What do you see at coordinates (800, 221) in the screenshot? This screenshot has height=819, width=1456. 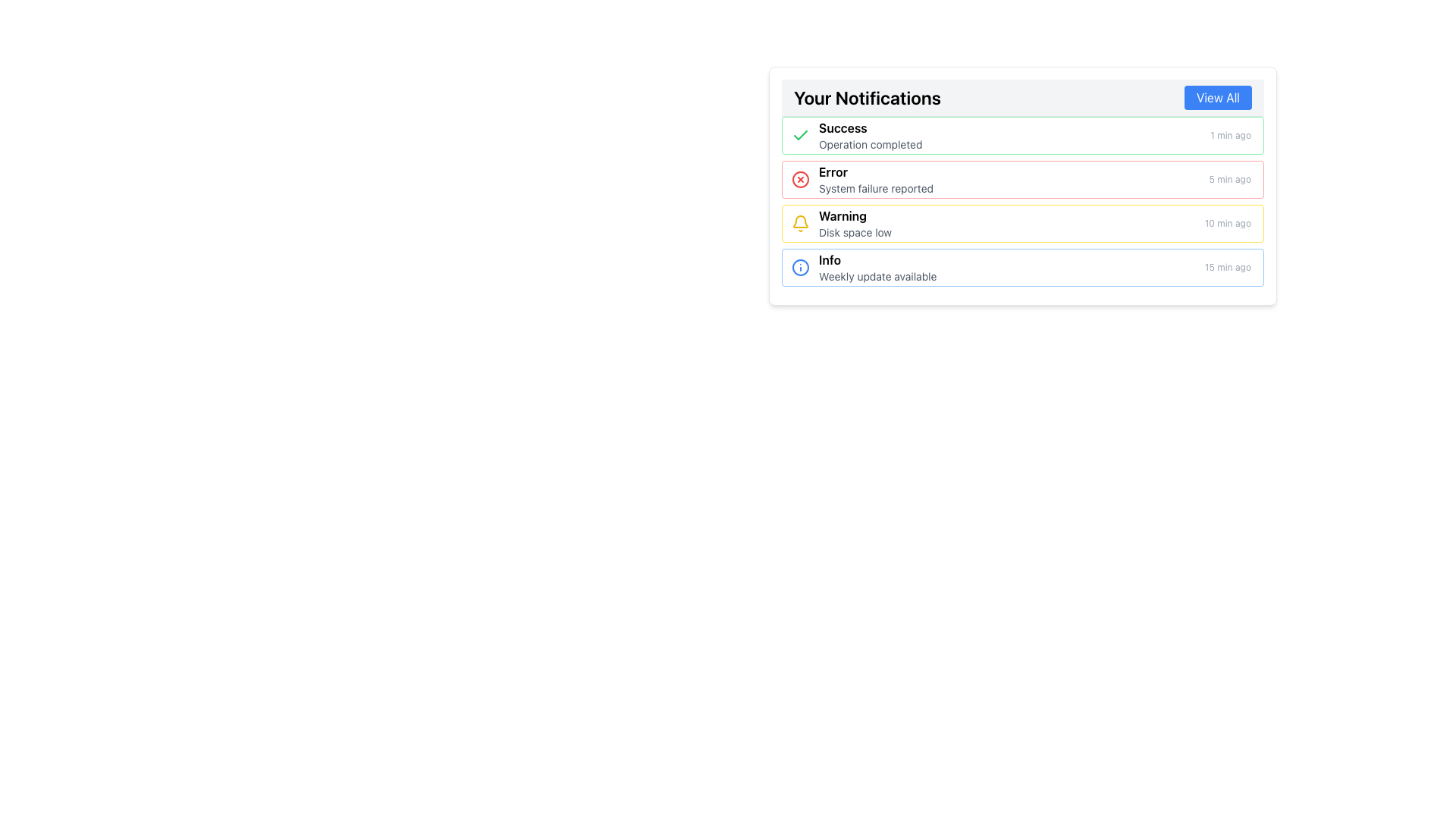 I see `the notification icon, which is a vector graphic component located in the top-right corner of the user interface` at bounding box center [800, 221].